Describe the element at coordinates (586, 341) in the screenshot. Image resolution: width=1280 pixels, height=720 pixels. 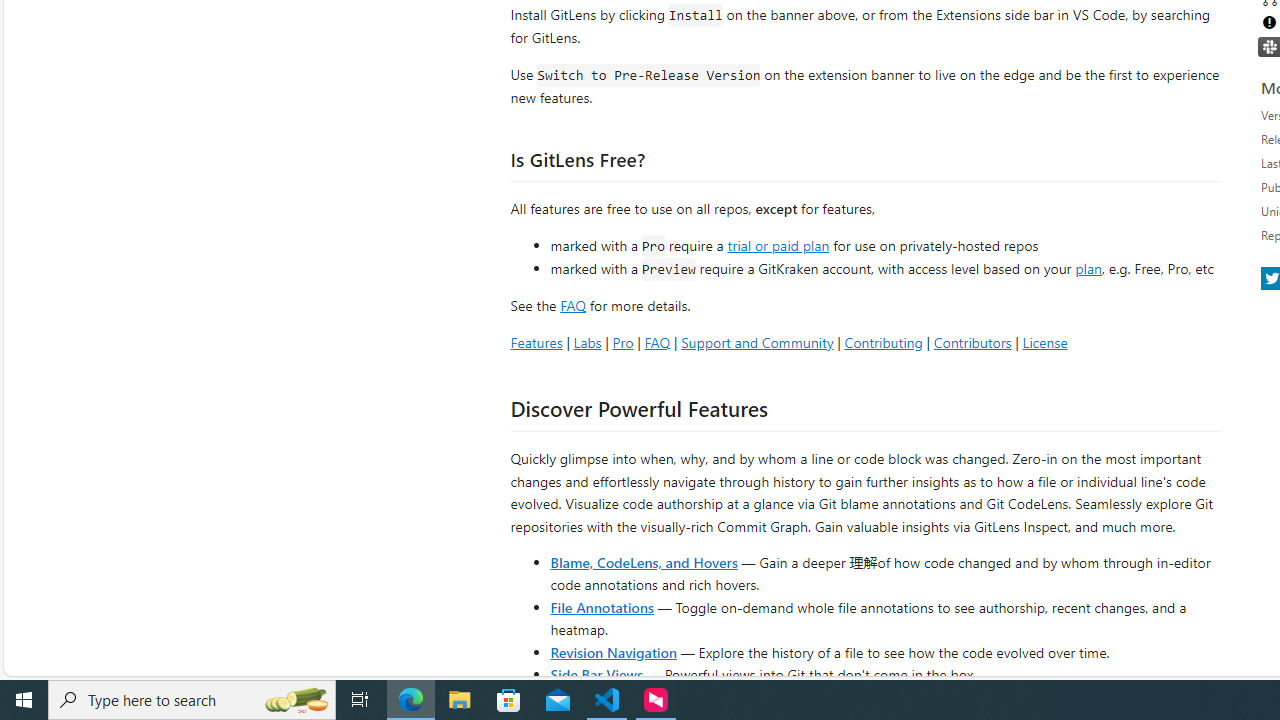
I see `'Labs'` at that location.